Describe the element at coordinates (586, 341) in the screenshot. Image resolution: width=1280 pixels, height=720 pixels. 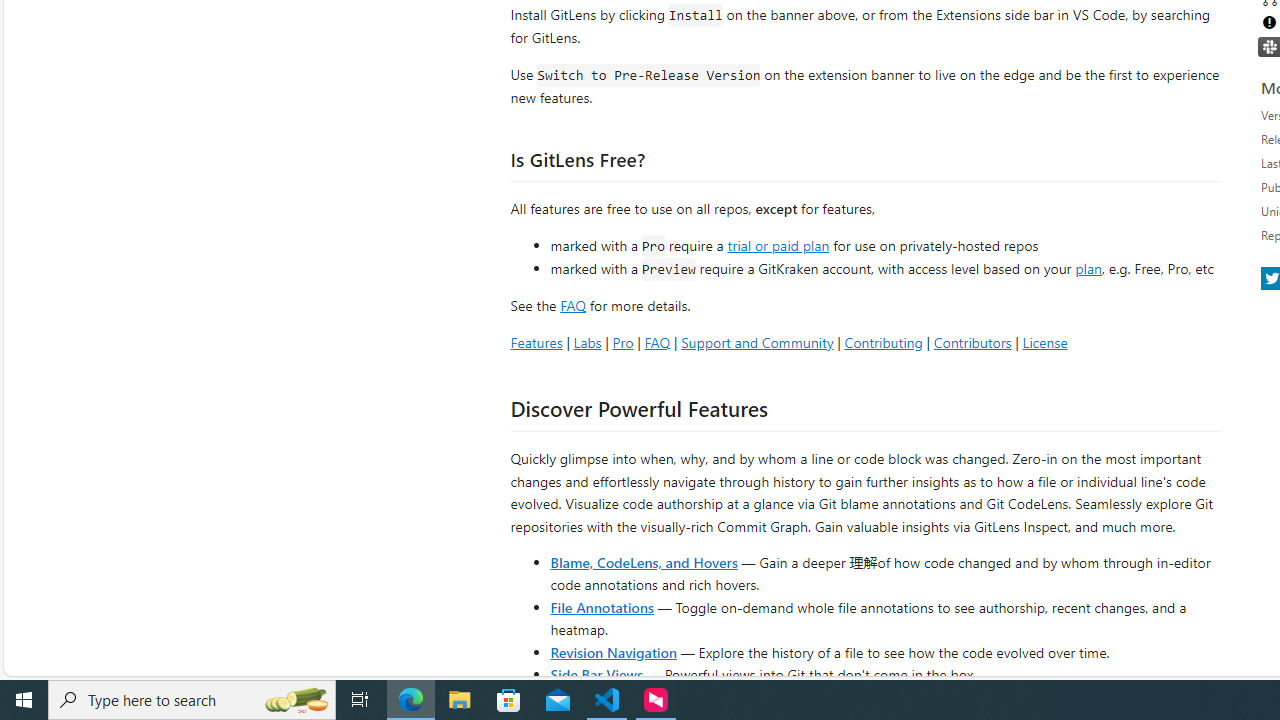
I see `'Labs'` at that location.